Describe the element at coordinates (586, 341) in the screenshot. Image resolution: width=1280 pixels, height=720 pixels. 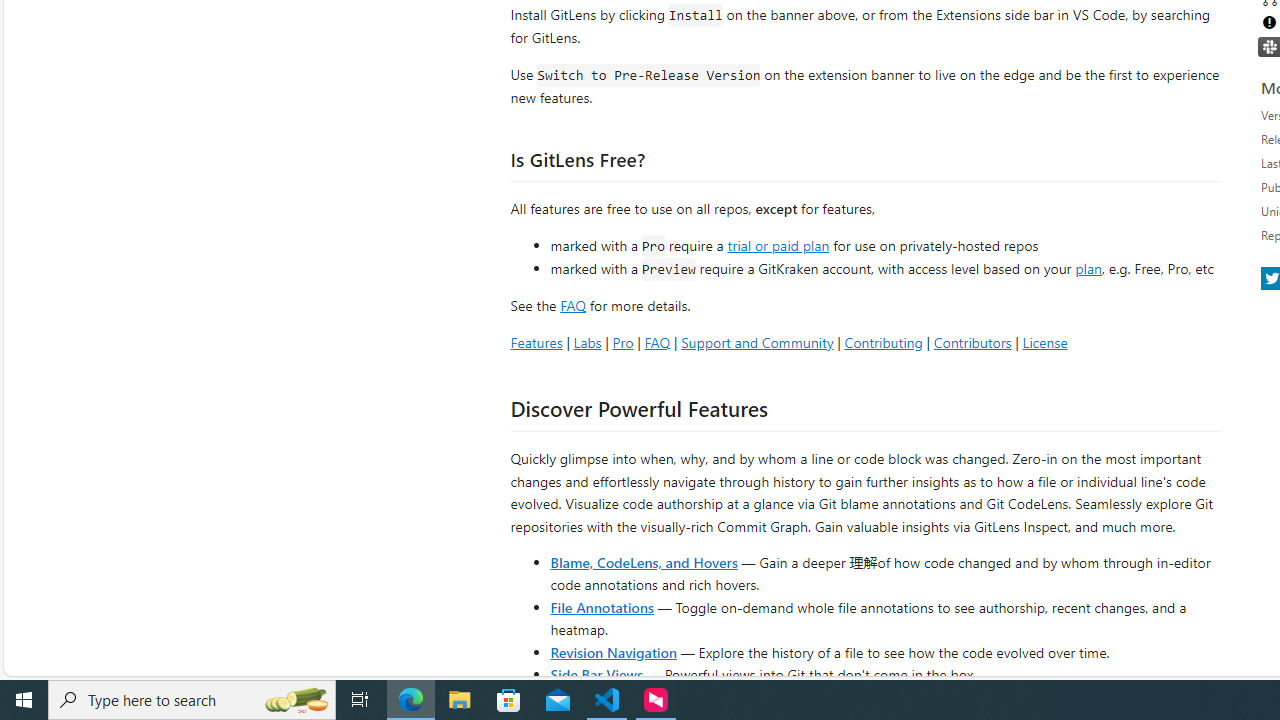
I see `'Labs'` at that location.